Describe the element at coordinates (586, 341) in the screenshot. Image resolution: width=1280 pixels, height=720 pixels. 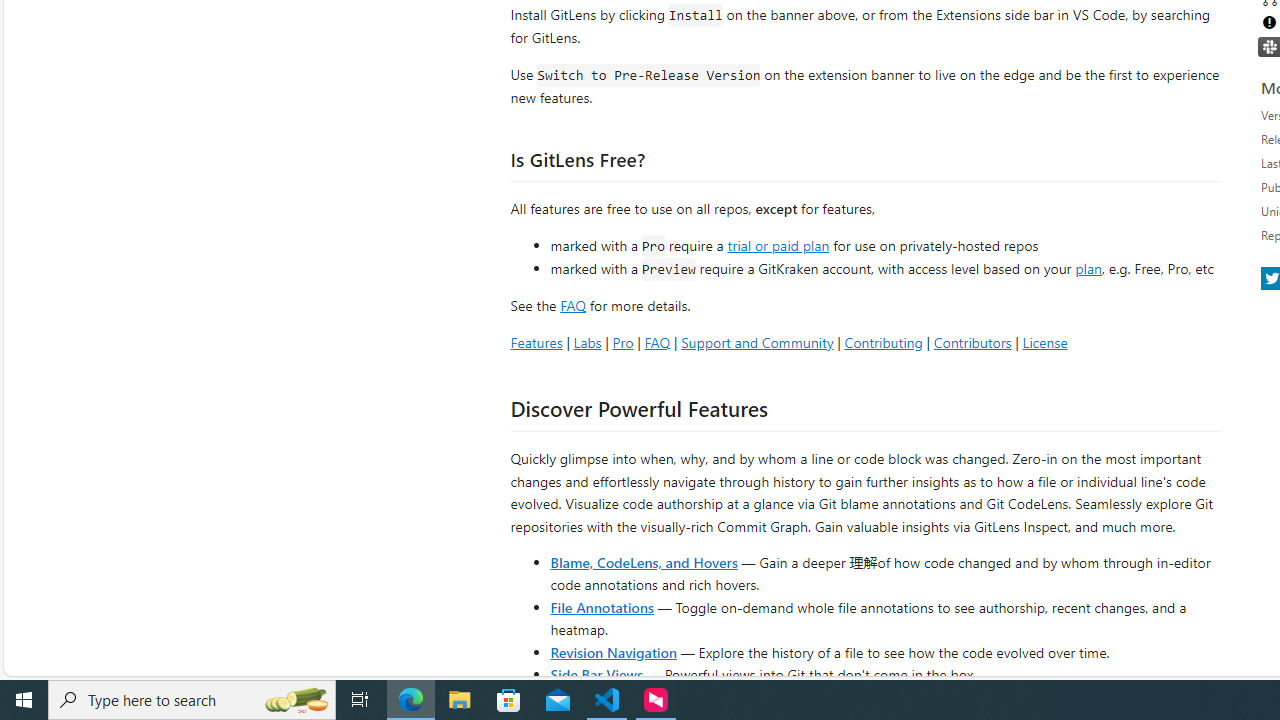
I see `'Labs'` at that location.